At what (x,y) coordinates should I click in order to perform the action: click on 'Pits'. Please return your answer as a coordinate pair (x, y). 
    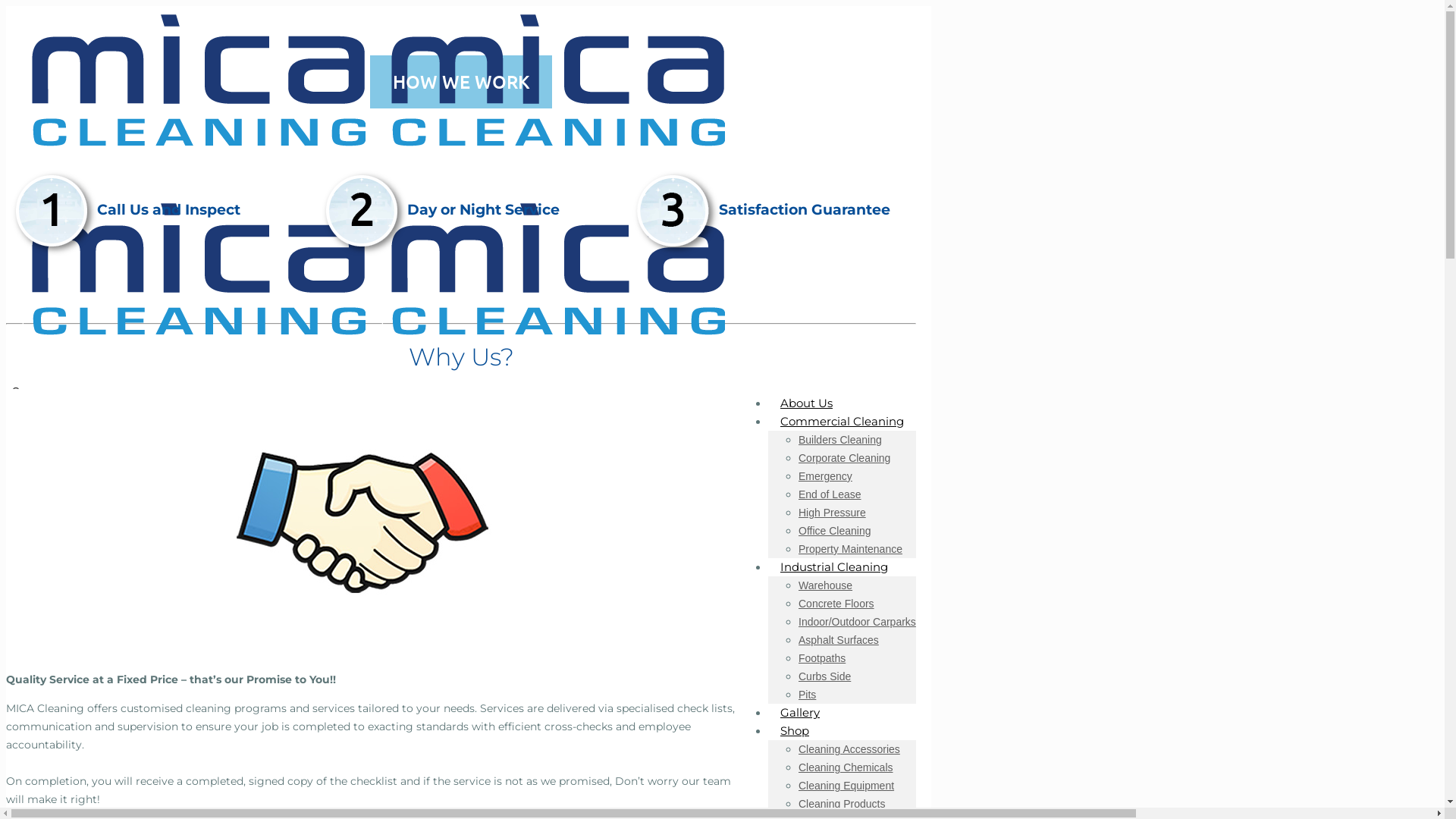
    Looking at the image, I should click on (806, 694).